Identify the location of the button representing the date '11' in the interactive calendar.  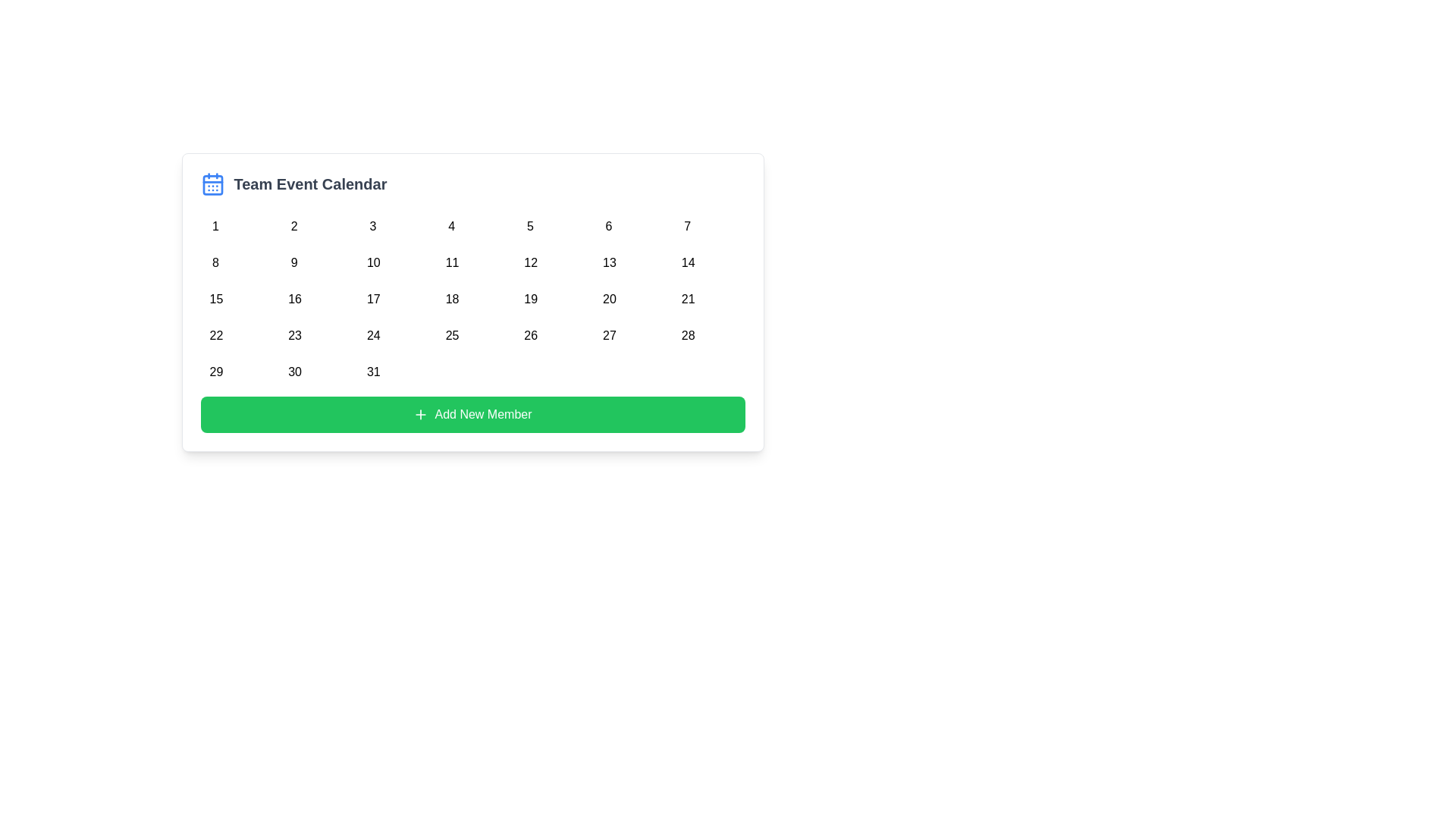
(450, 259).